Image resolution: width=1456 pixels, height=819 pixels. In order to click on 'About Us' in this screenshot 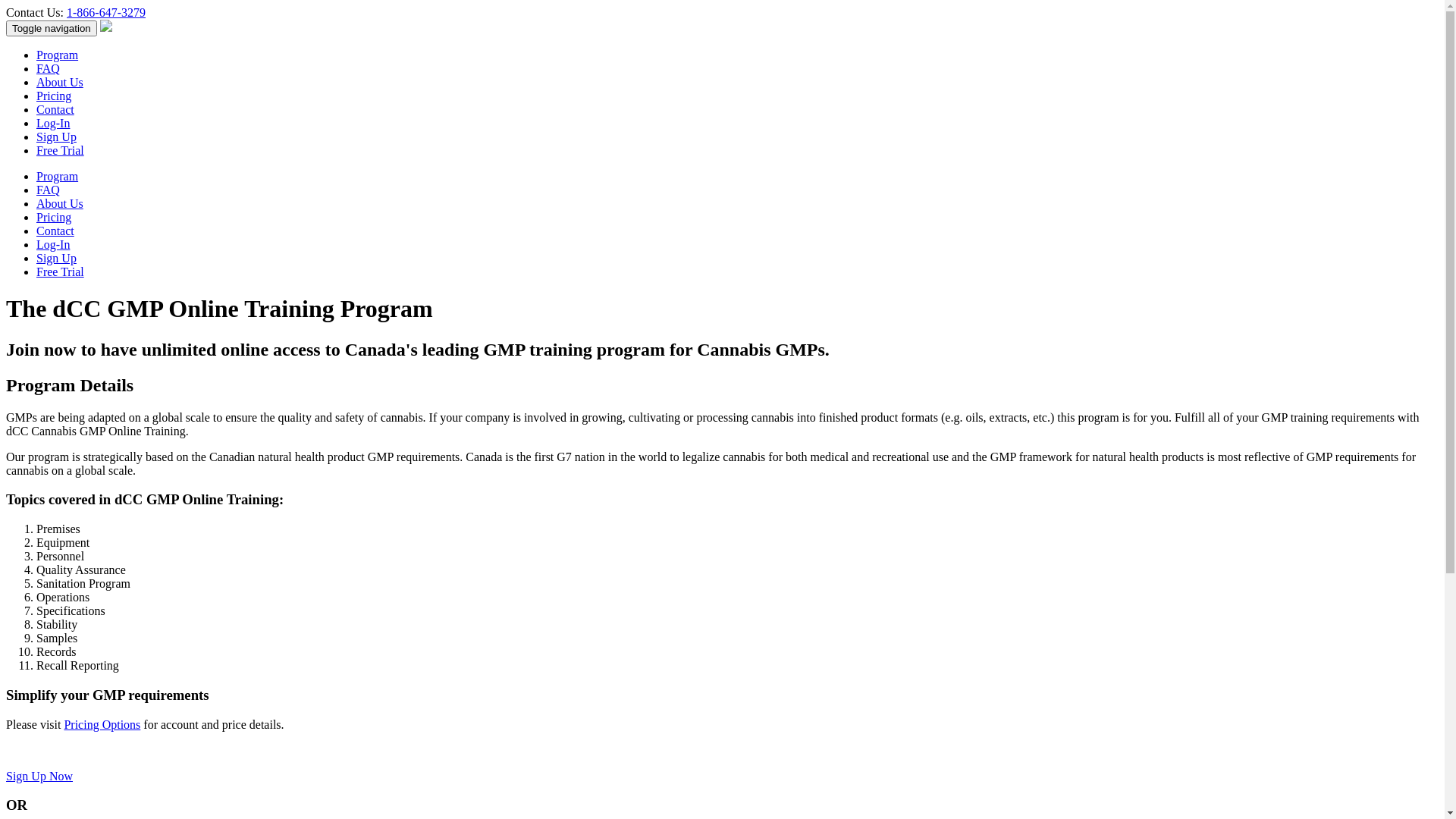, I will do `click(59, 82)`.